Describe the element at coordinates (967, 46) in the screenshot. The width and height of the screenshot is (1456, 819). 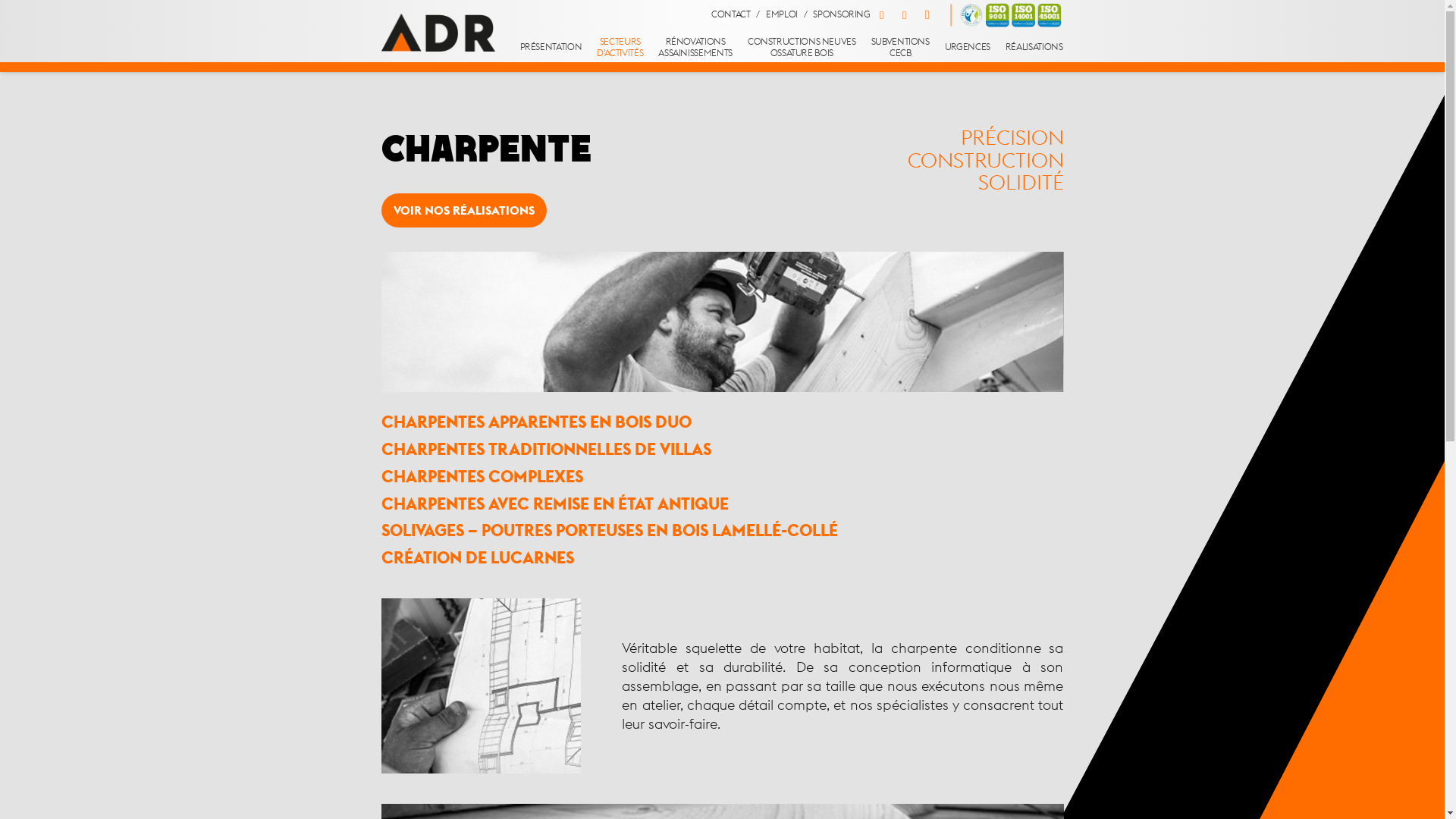
I see `'URGENCES'` at that location.